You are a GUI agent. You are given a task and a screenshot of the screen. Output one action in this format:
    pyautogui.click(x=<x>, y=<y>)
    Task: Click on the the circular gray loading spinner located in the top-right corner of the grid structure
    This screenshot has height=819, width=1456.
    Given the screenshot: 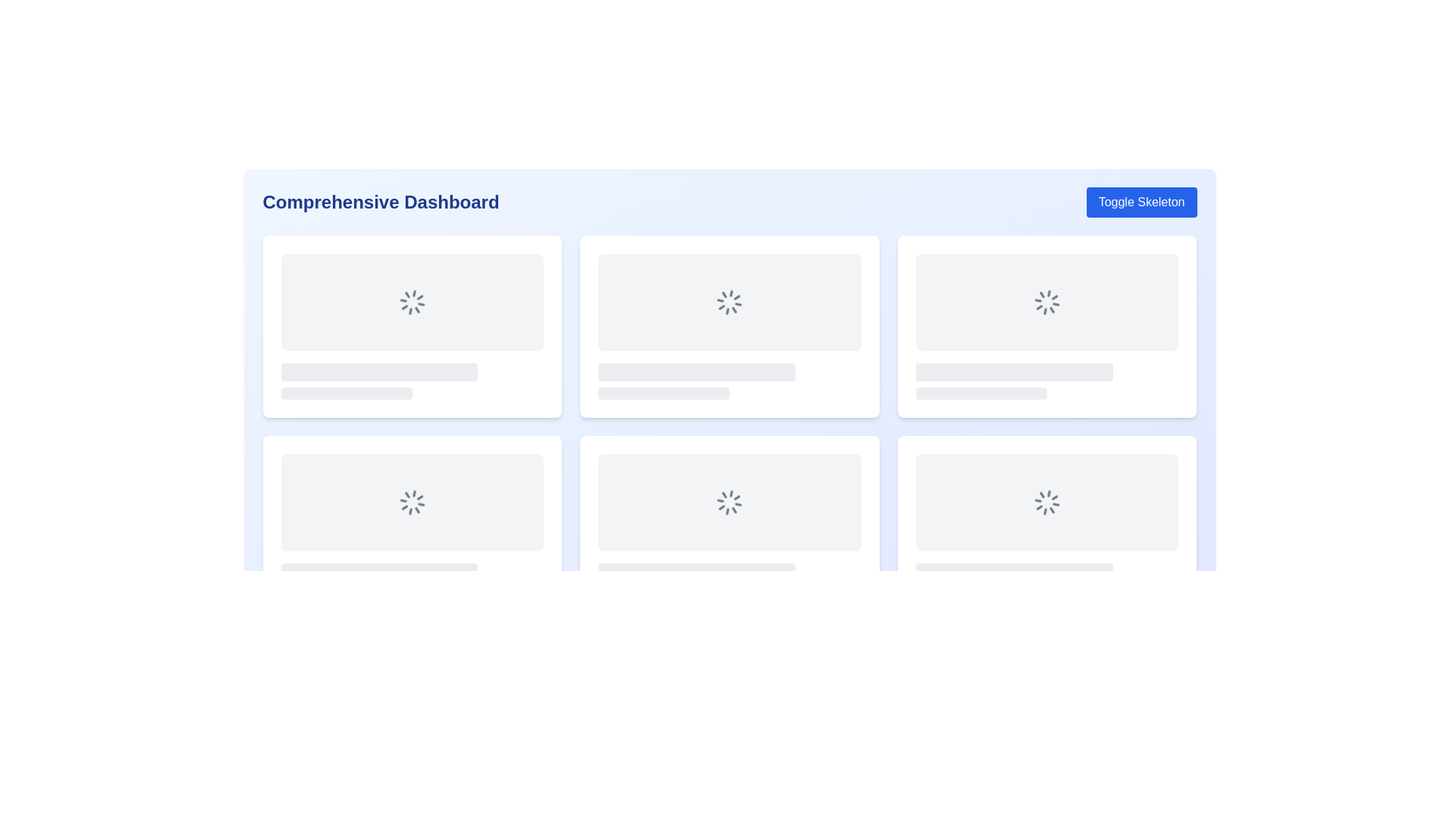 What is the action you would take?
    pyautogui.click(x=1046, y=302)
    